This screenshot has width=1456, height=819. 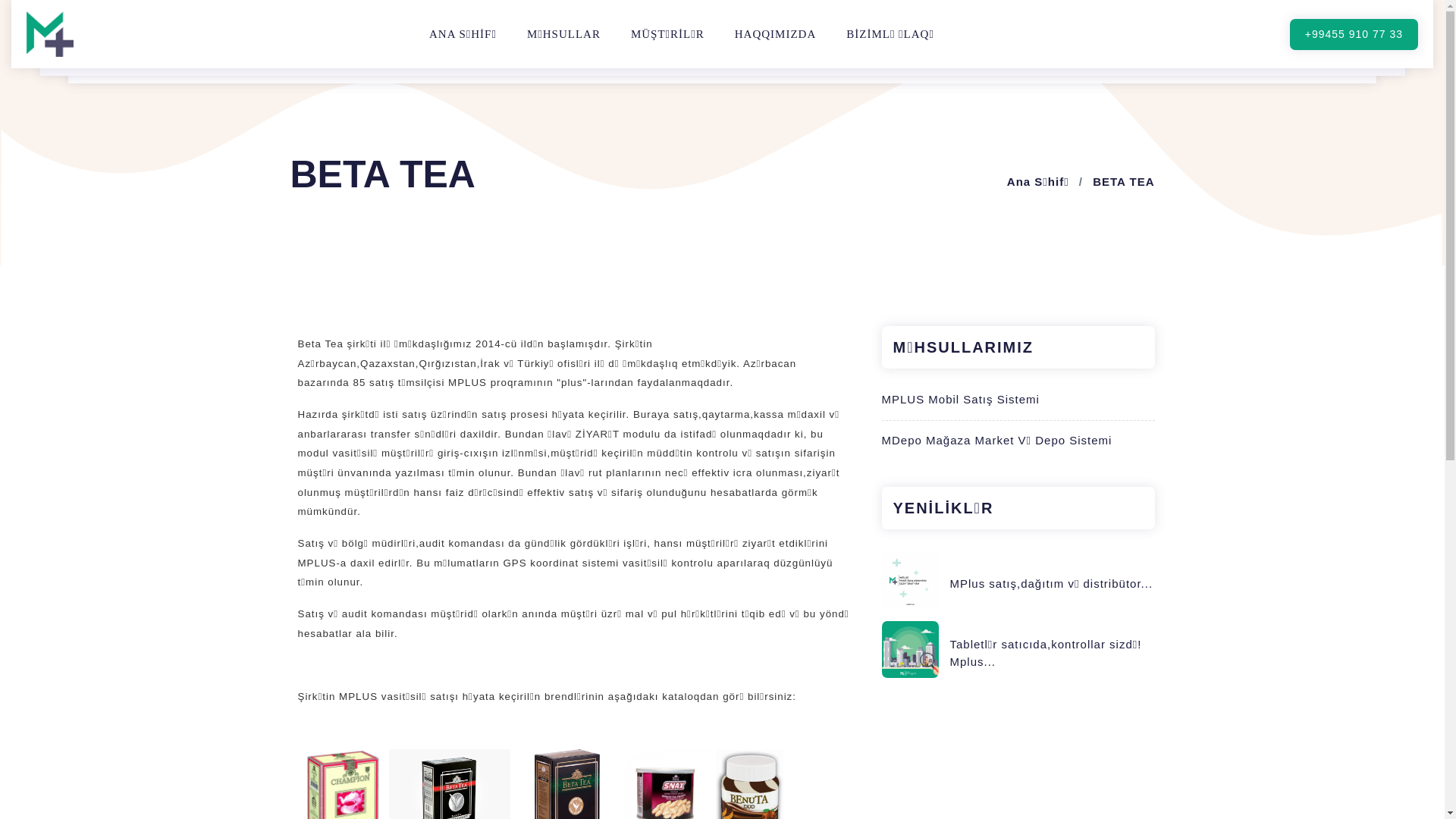 I want to click on 'BETA TEA', so click(x=1092, y=180).